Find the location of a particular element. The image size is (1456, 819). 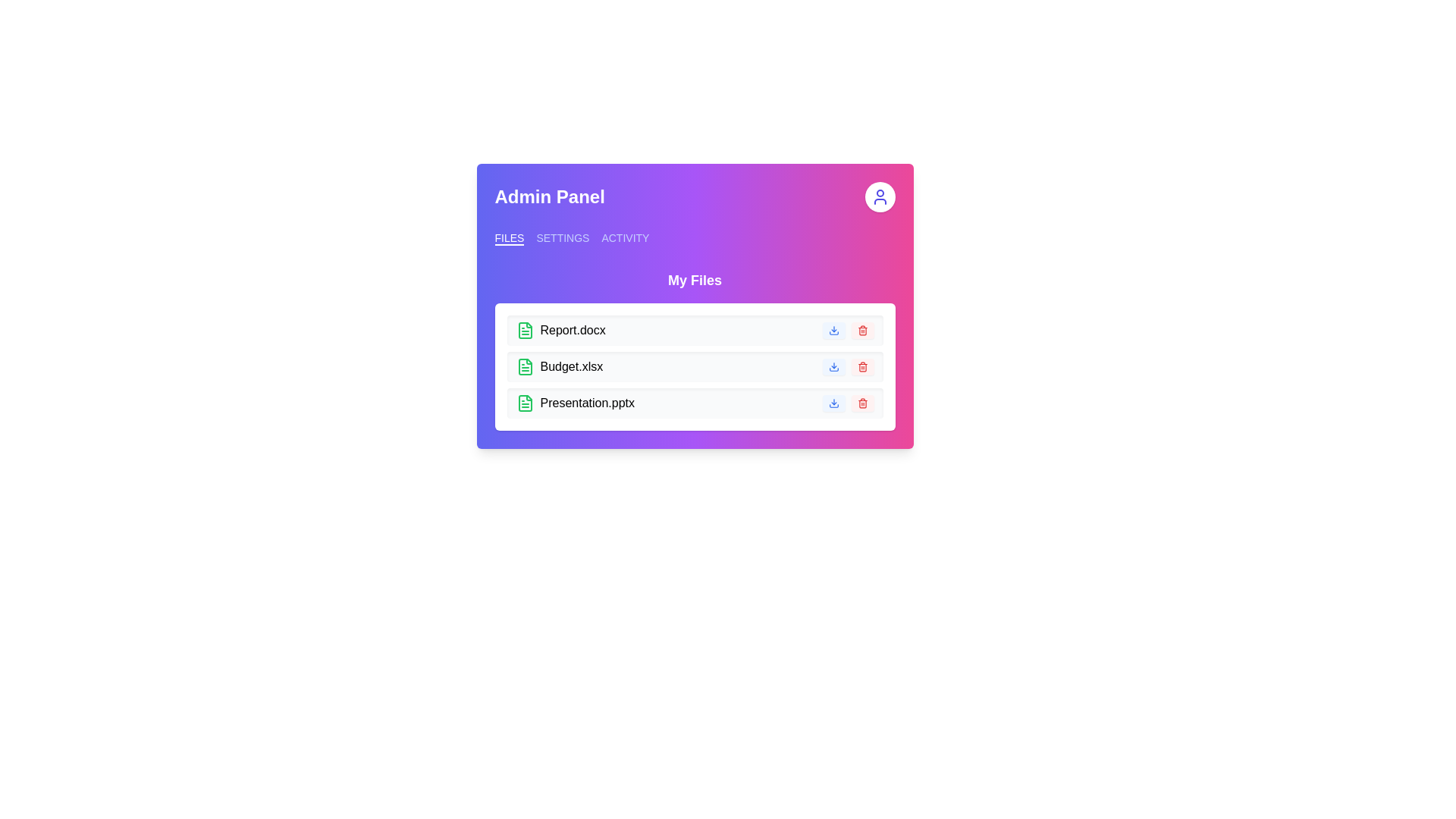

the 'FILES' navigation tab, which is the first item in the navigation bar is located at coordinates (510, 237).